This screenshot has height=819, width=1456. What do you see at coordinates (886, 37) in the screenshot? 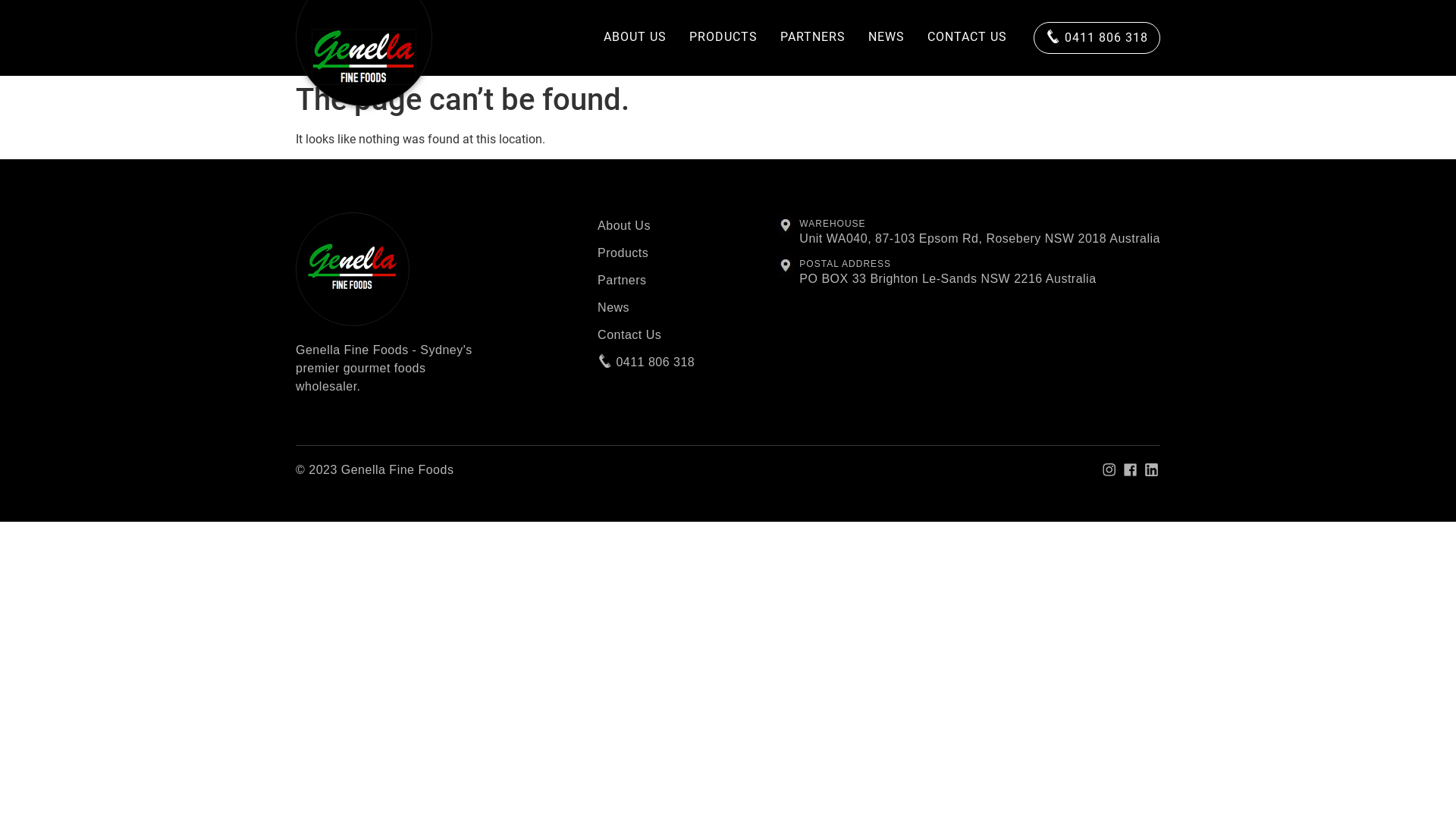
I see `'NEWS'` at bounding box center [886, 37].